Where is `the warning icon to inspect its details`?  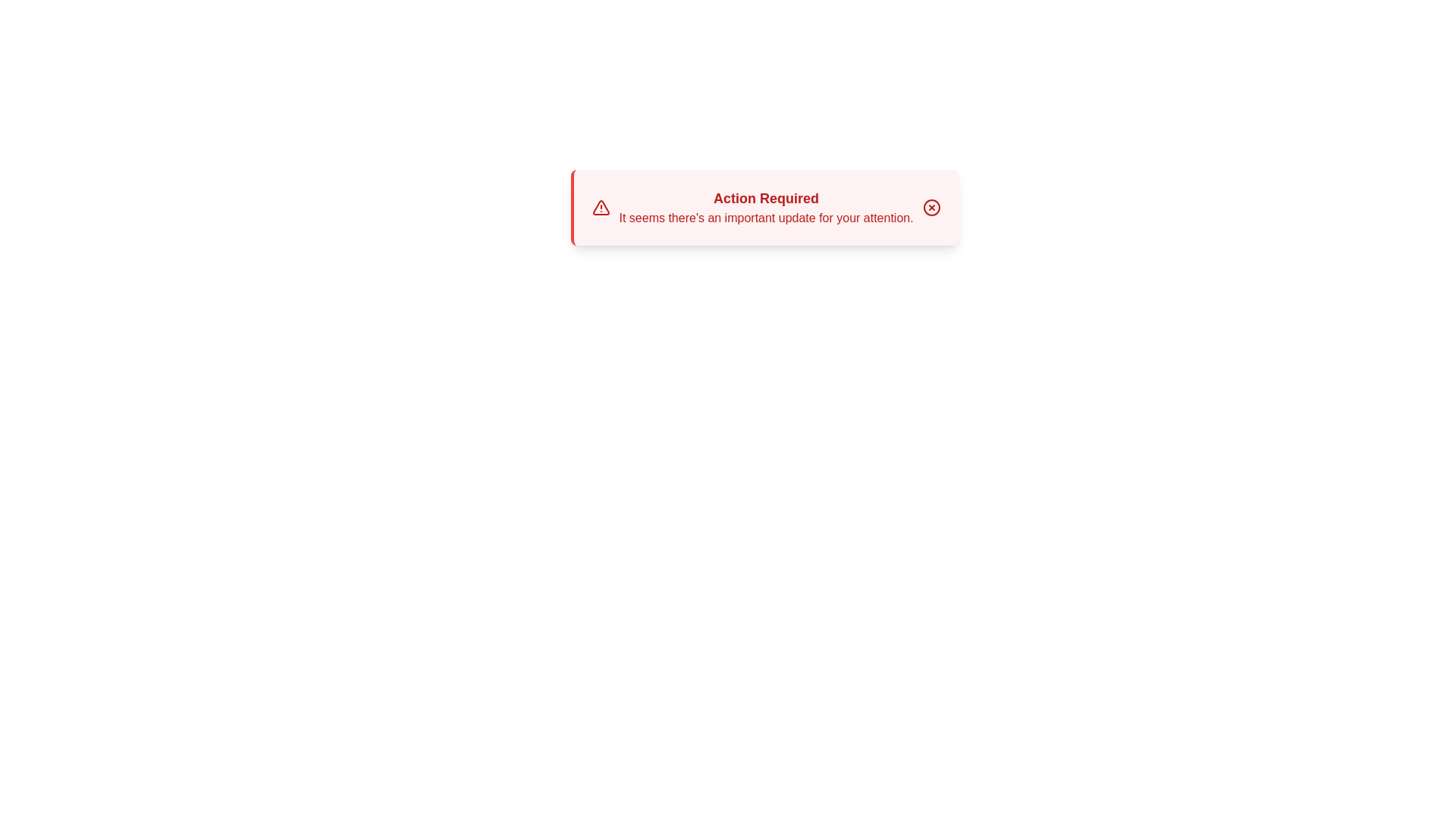 the warning icon to inspect its details is located at coordinates (600, 207).